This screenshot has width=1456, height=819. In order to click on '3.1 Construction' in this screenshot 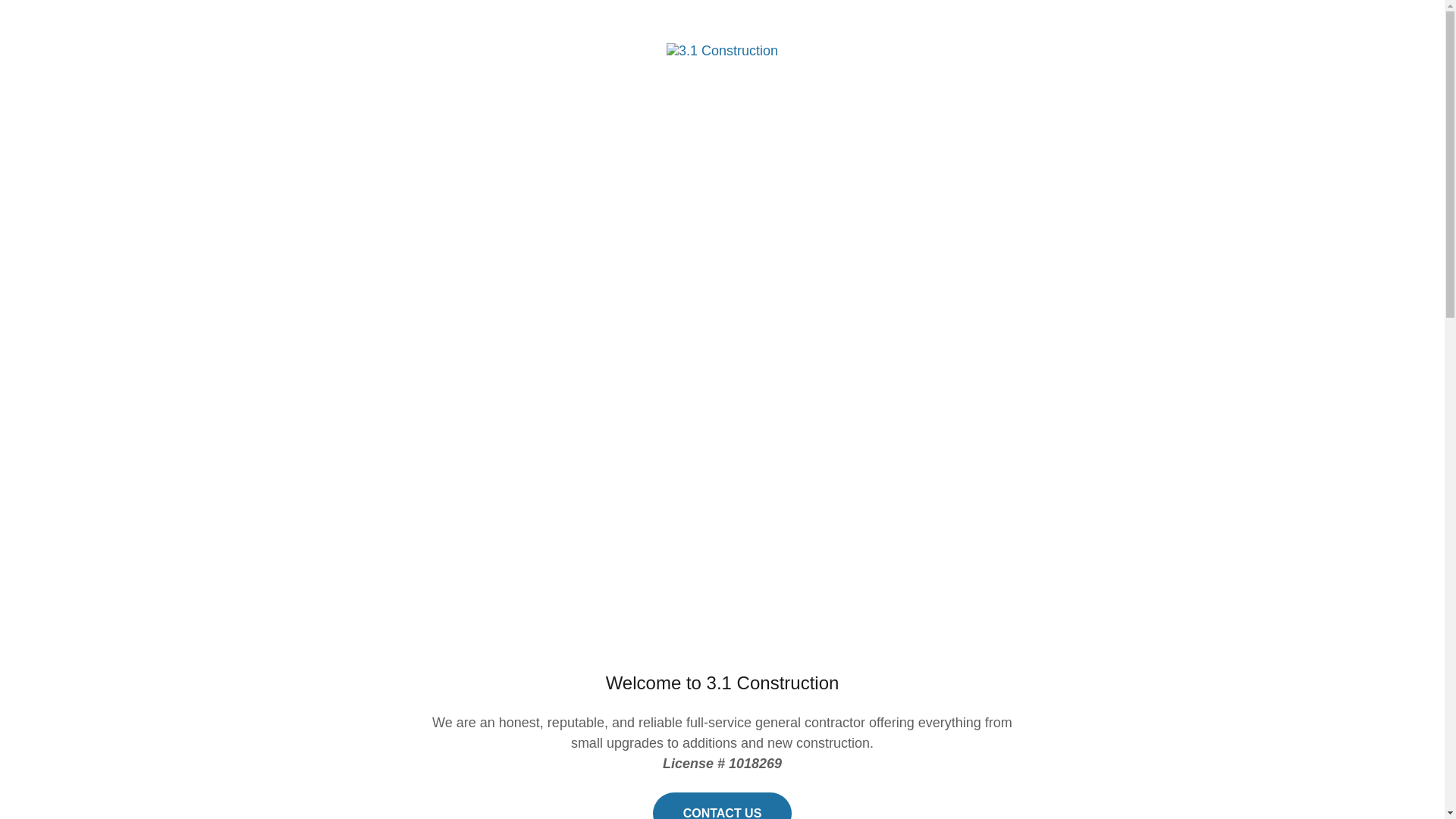, I will do `click(721, 49)`.